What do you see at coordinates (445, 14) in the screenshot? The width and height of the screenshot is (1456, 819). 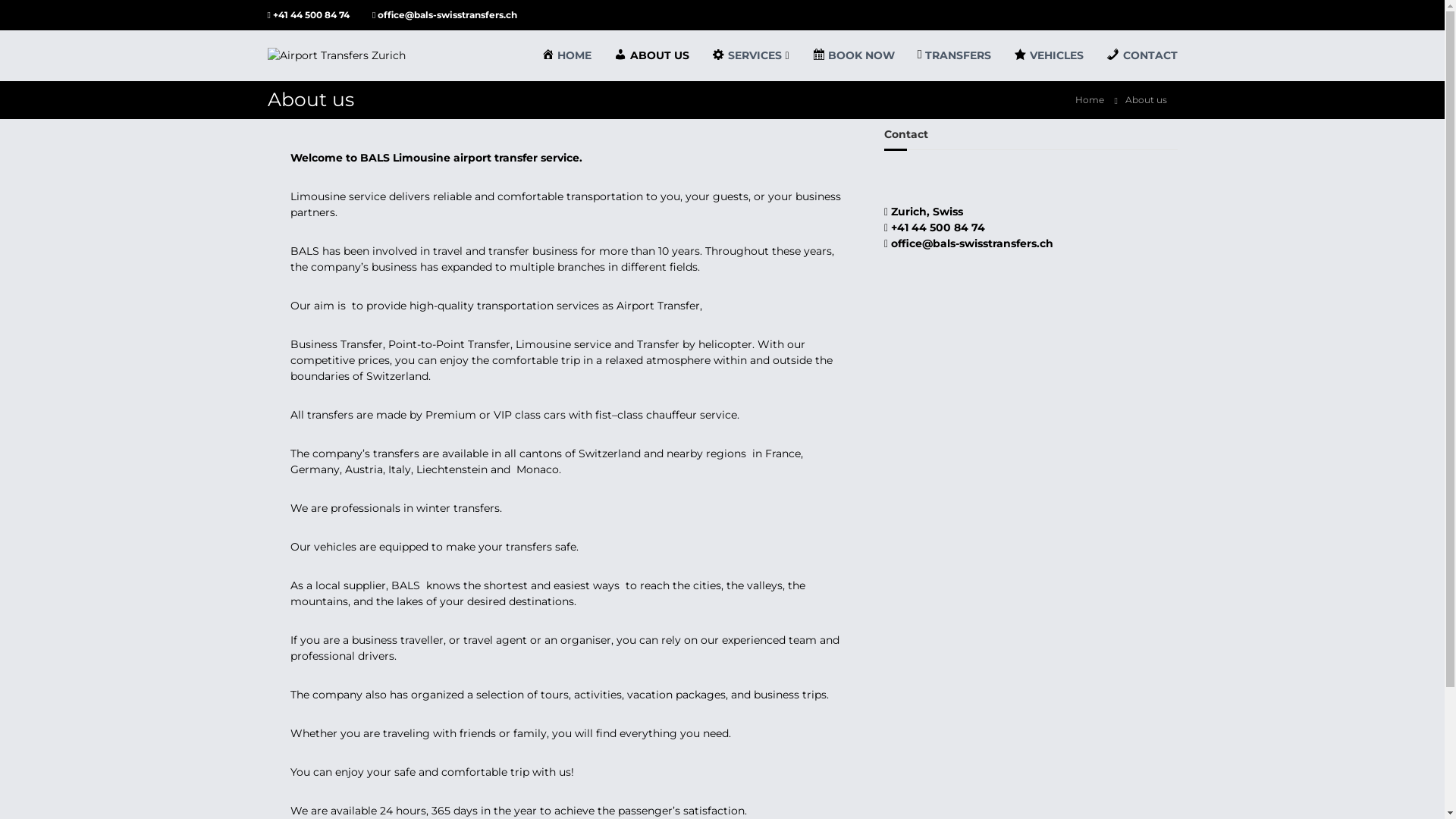 I see `' office@bals-swisstransfers.ch'` at bounding box center [445, 14].